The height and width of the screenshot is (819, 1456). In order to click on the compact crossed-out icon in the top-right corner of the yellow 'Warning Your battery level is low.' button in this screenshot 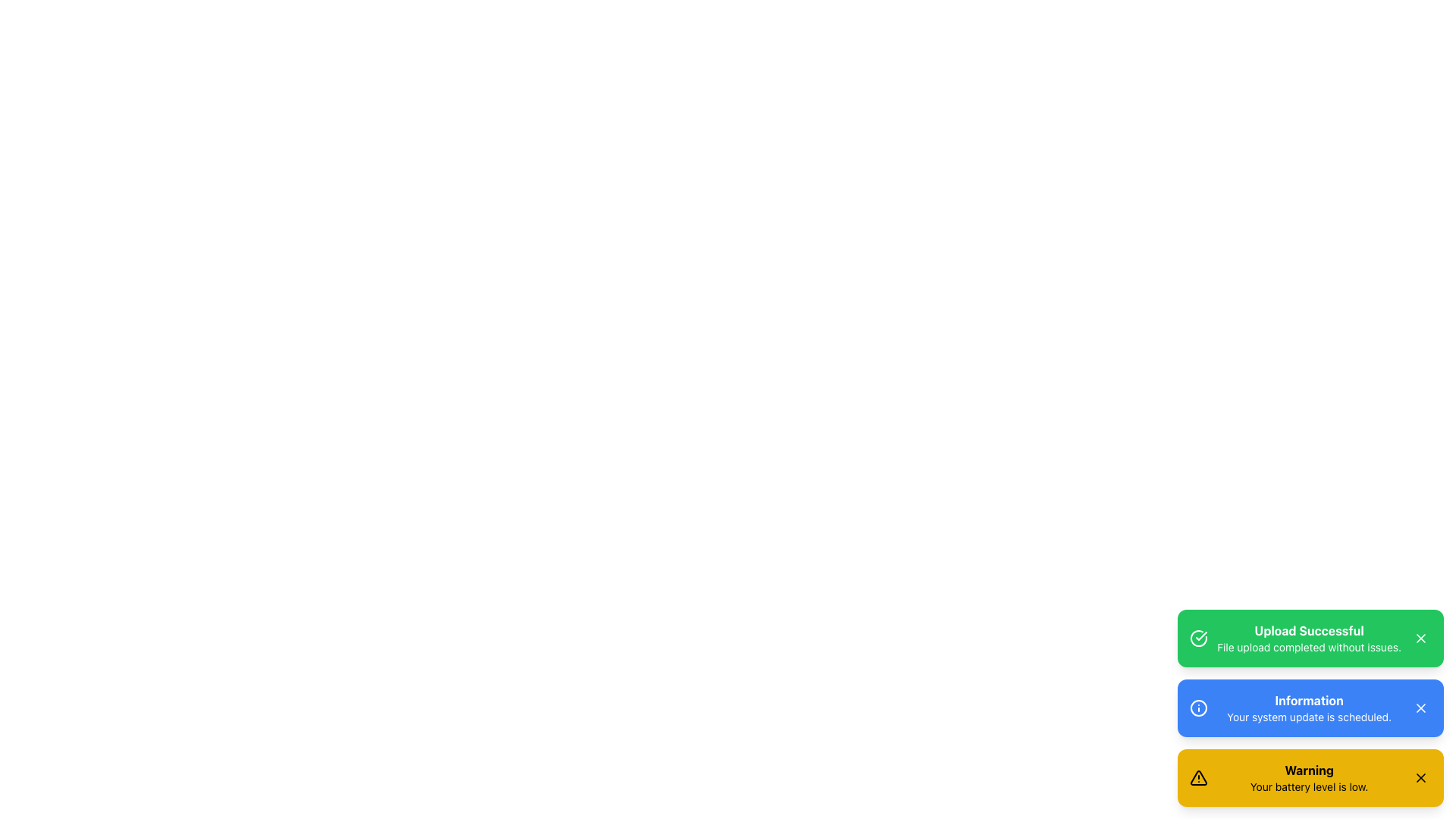, I will do `click(1420, 778)`.